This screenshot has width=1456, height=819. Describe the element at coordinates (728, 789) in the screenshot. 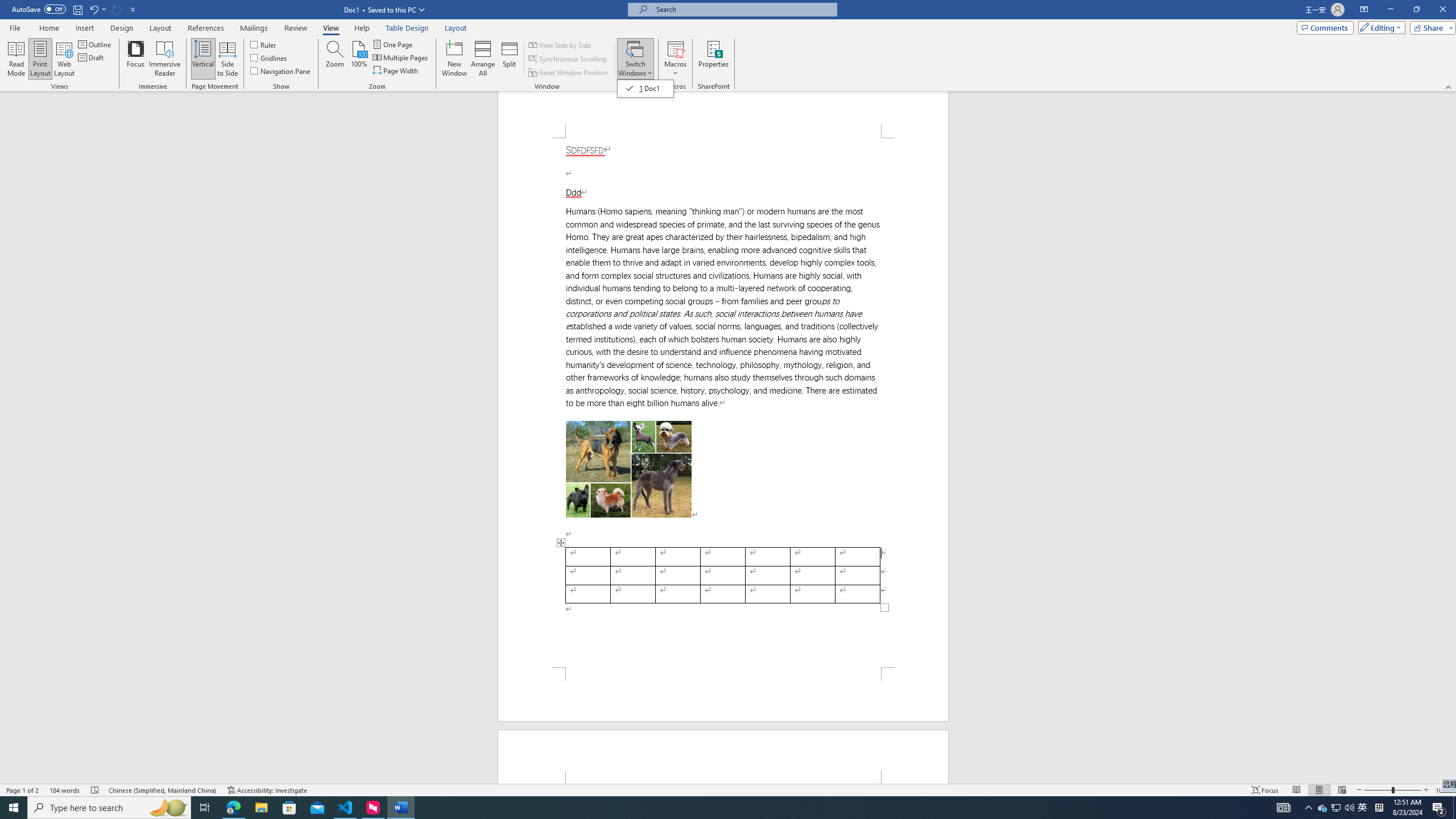

I see `'Class: MsoCommandBar'` at that location.